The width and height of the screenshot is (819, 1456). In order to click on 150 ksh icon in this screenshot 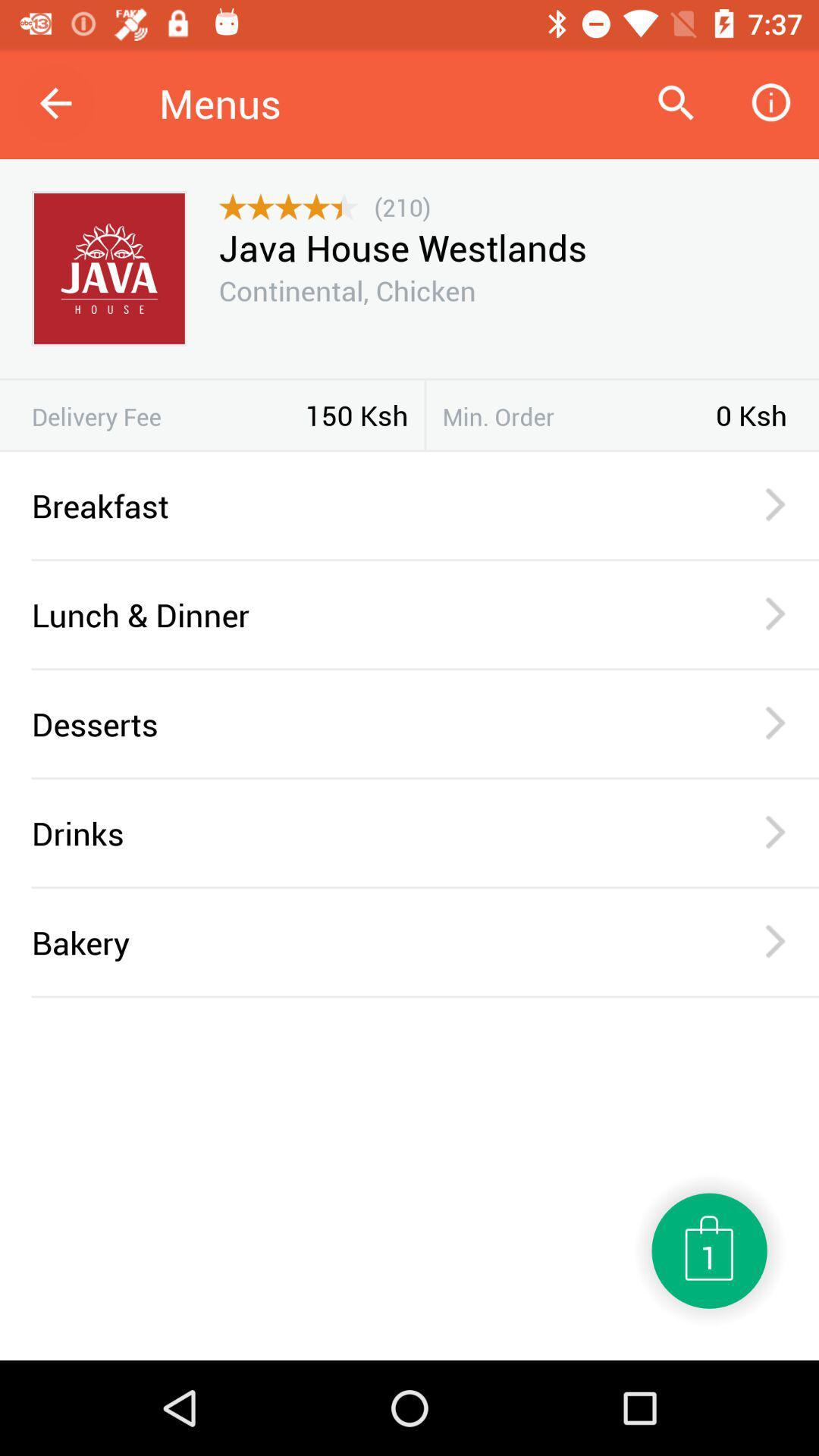, I will do `click(356, 415)`.